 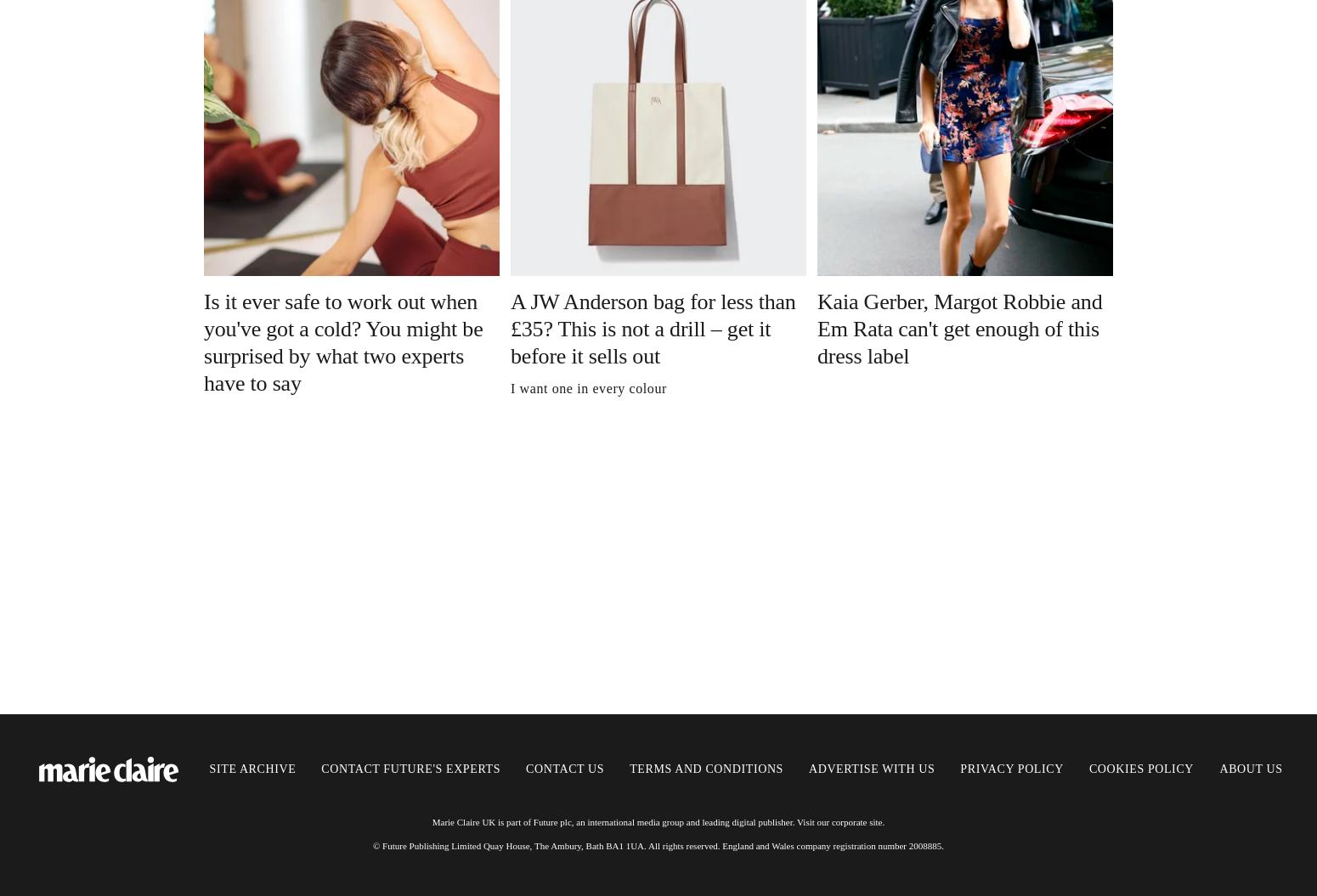 What do you see at coordinates (563, 768) in the screenshot?
I see `'Contact us'` at bounding box center [563, 768].